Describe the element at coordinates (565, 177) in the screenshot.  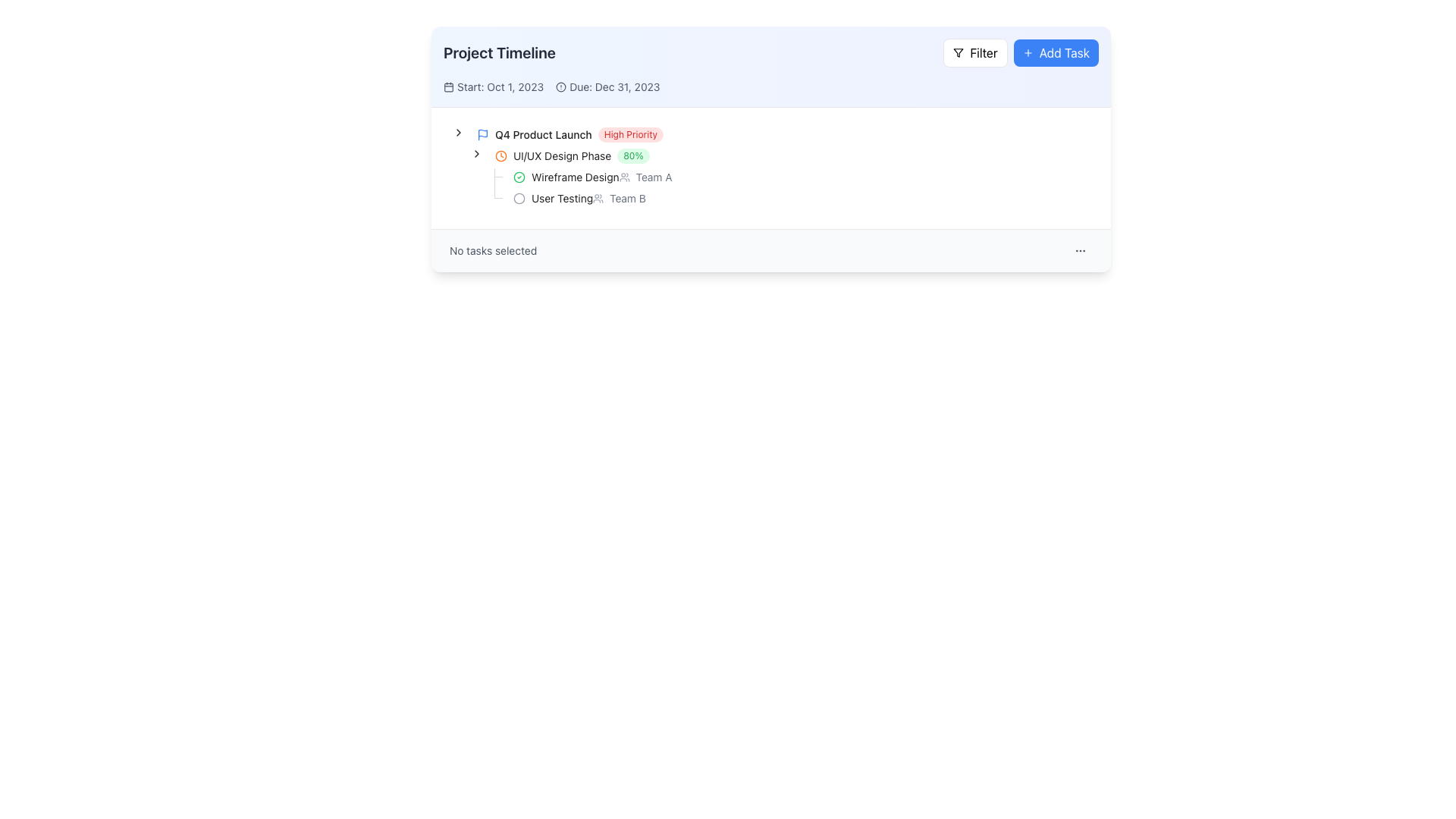
I see `the 'Wireframe Design' label with a green checkmark icon, which is the first sub-item under the 'UI/UX Design Phase' heading` at that location.